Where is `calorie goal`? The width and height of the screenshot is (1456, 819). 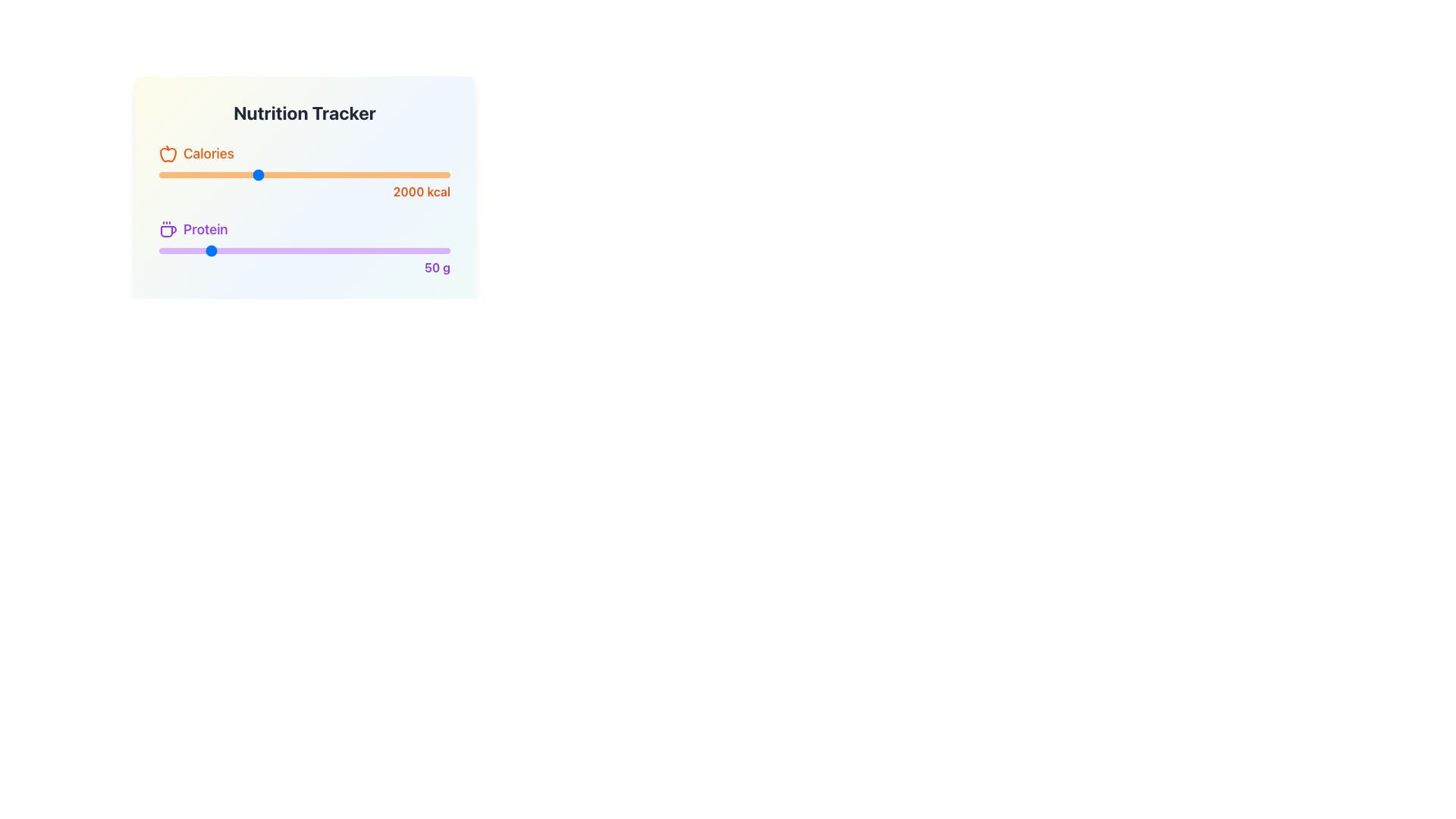
calorie goal is located at coordinates (297, 174).